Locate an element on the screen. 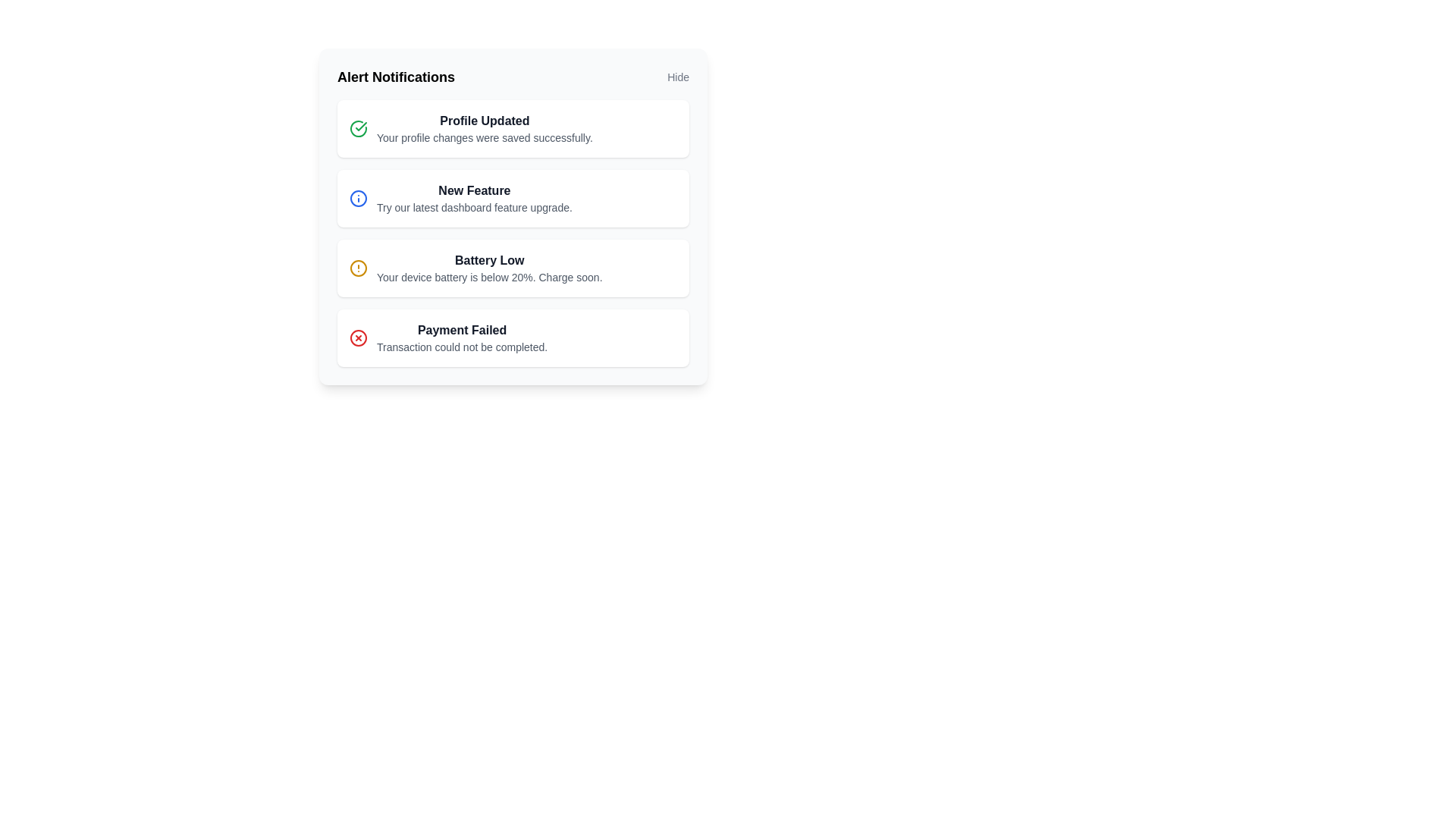 Image resolution: width=1456 pixels, height=819 pixels. the notification message displaying 'Payment Failed' and 'Transaction could not be completed.' is located at coordinates (461, 337).